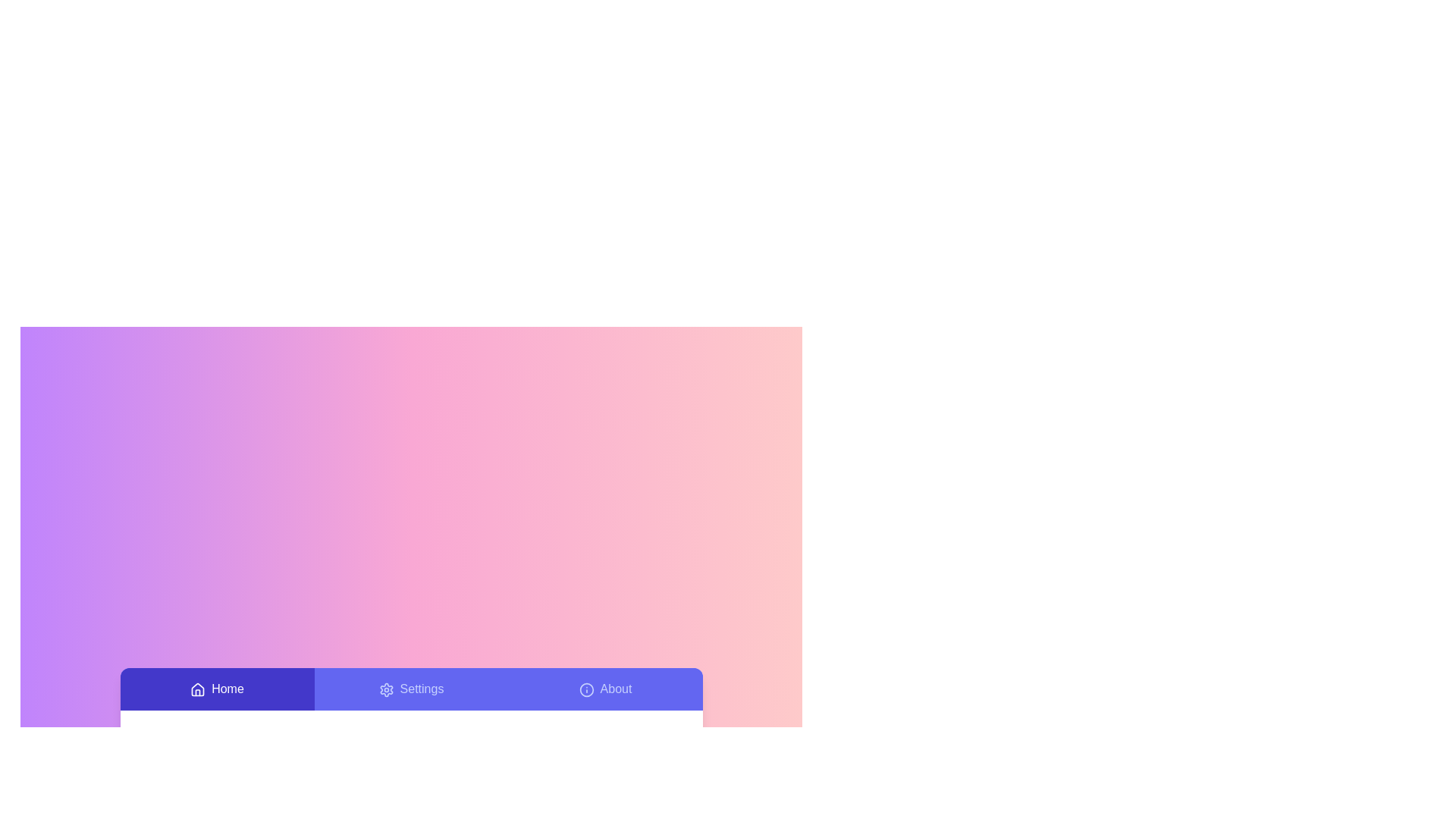  What do you see at coordinates (411, 689) in the screenshot?
I see `the Settings tab to activate it` at bounding box center [411, 689].